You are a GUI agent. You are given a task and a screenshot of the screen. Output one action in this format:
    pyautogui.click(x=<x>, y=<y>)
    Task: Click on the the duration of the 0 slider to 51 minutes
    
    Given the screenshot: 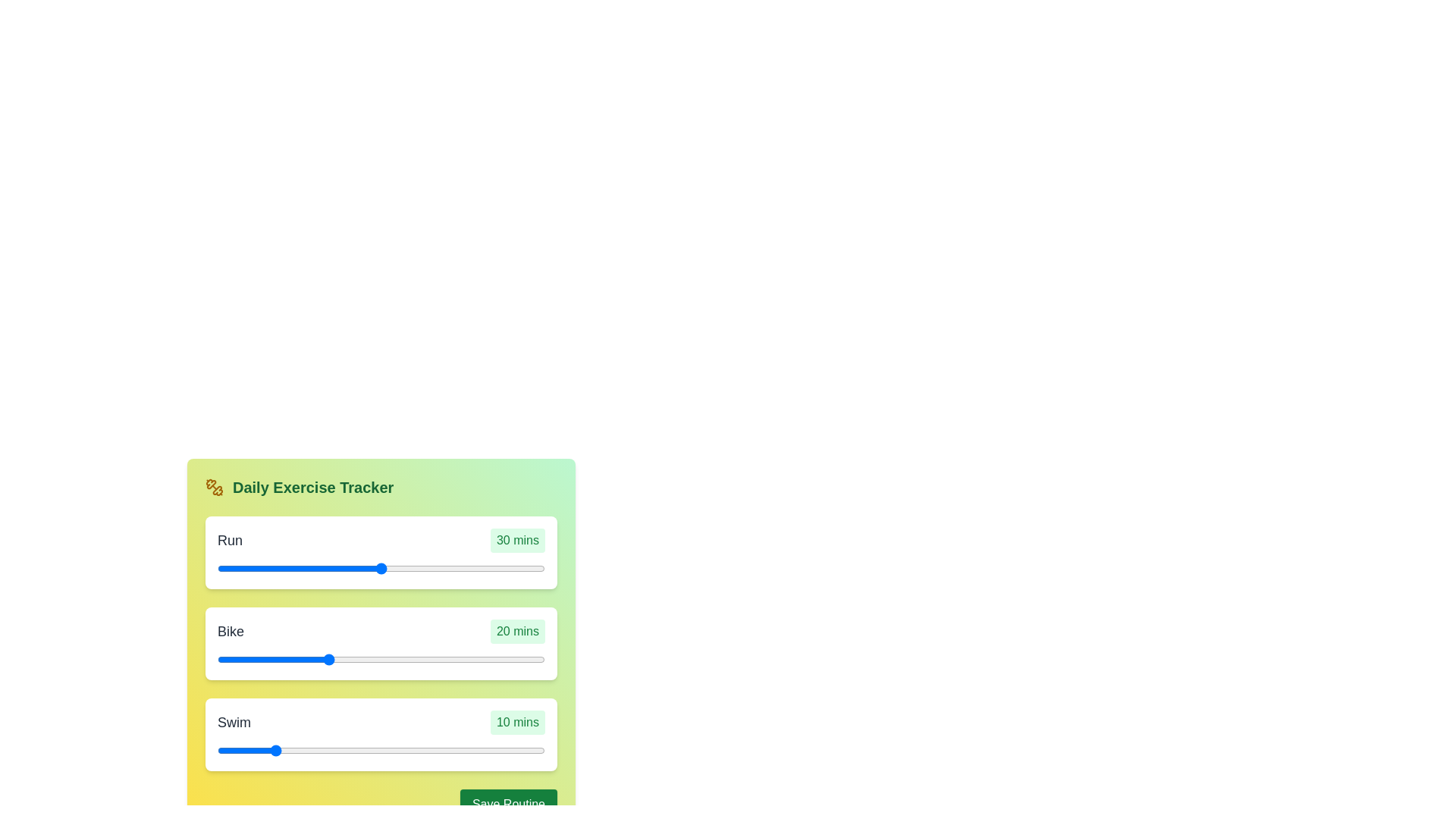 What is the action you would take?
    pyautogui.click(x=520, y=568)
    